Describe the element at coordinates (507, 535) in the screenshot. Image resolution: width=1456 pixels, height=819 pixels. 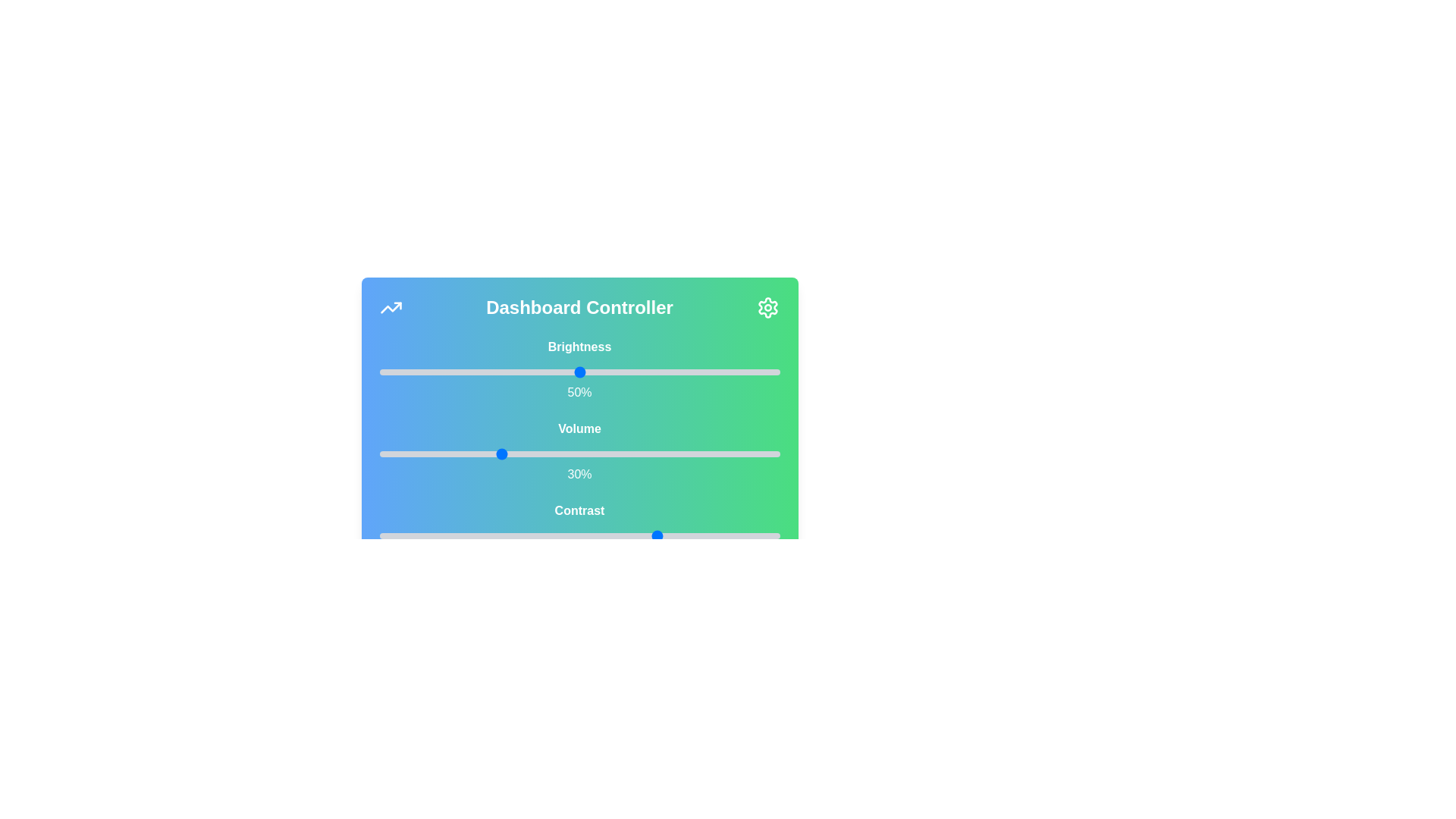
I see `the contrast slider to 32%` at that location.